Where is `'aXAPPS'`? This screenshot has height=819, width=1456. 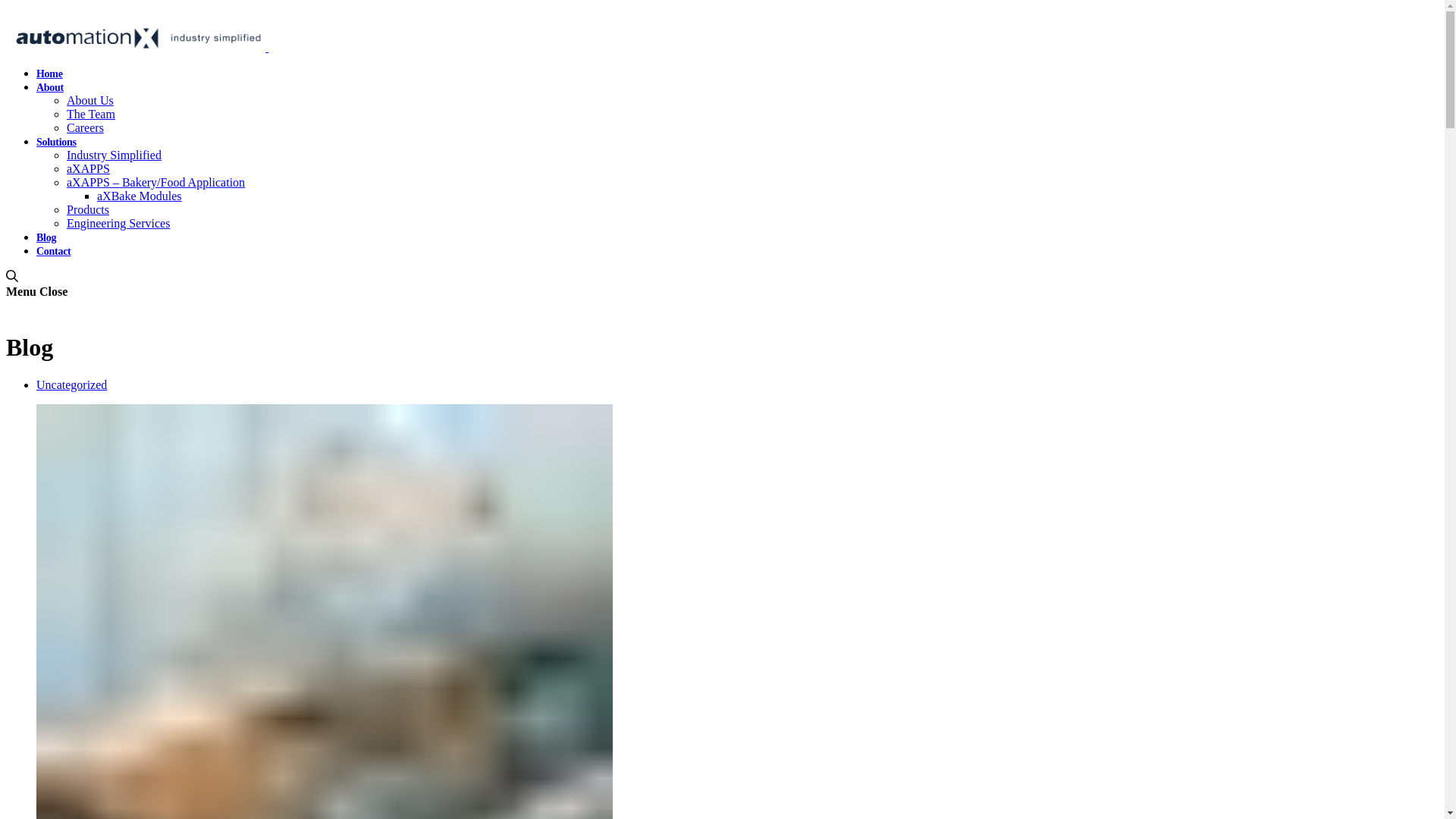
'aXAPPS' is located at coordinates (87, 168).